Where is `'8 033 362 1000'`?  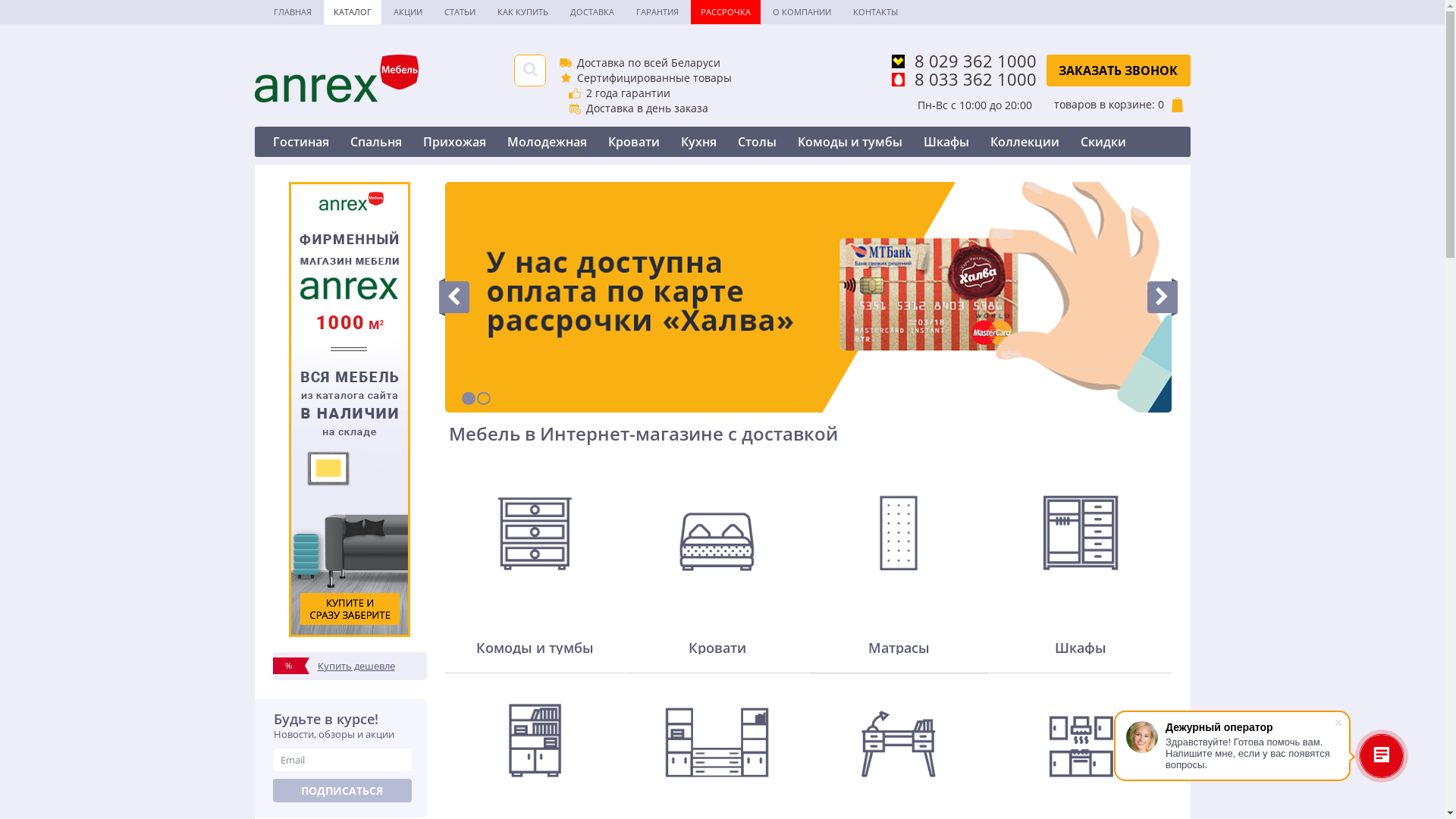 '8 033 362 1000' is located at coordinates (963, 79).